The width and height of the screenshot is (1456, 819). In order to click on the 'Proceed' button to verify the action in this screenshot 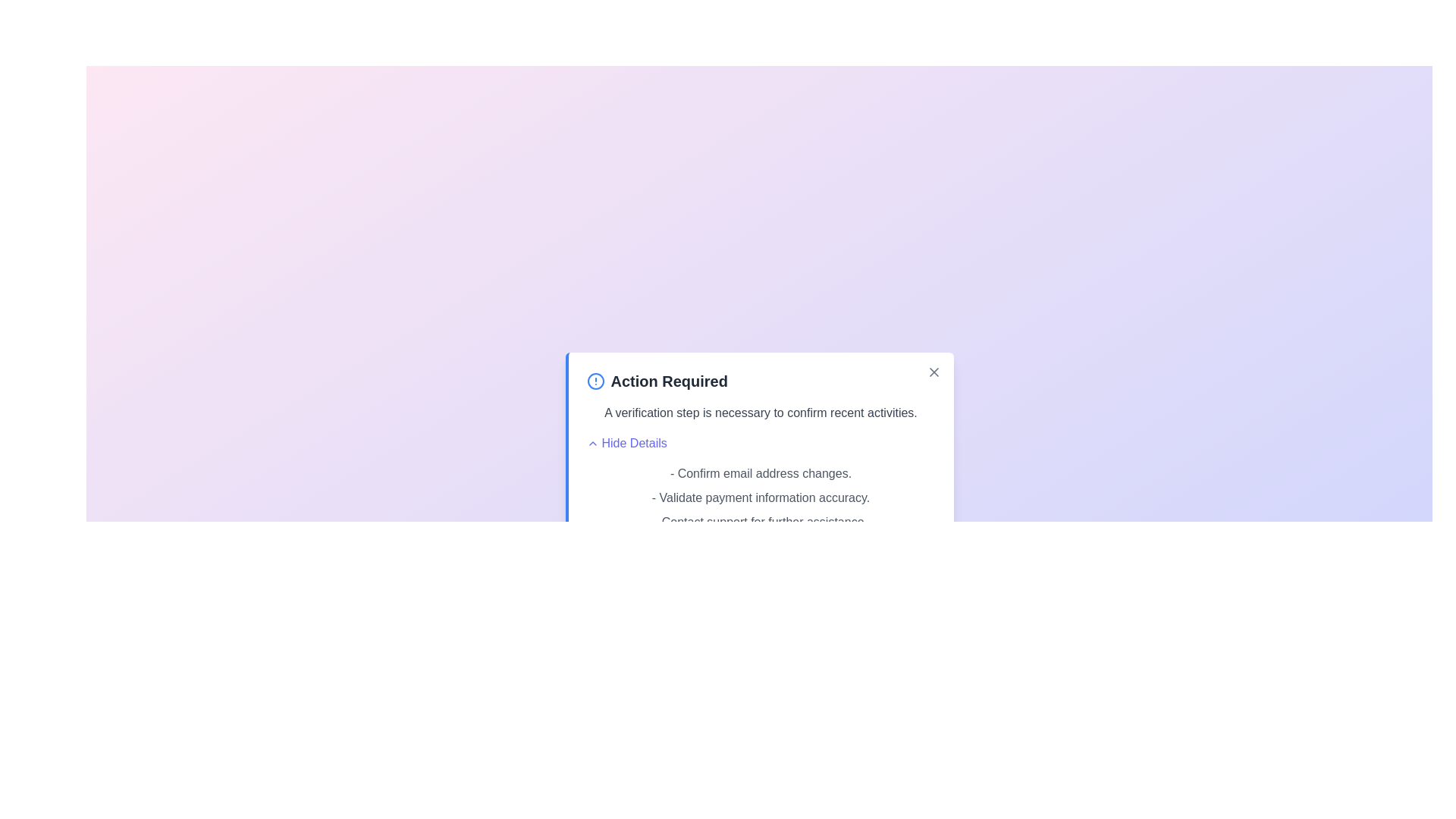, I will do `click(761, 564)`.